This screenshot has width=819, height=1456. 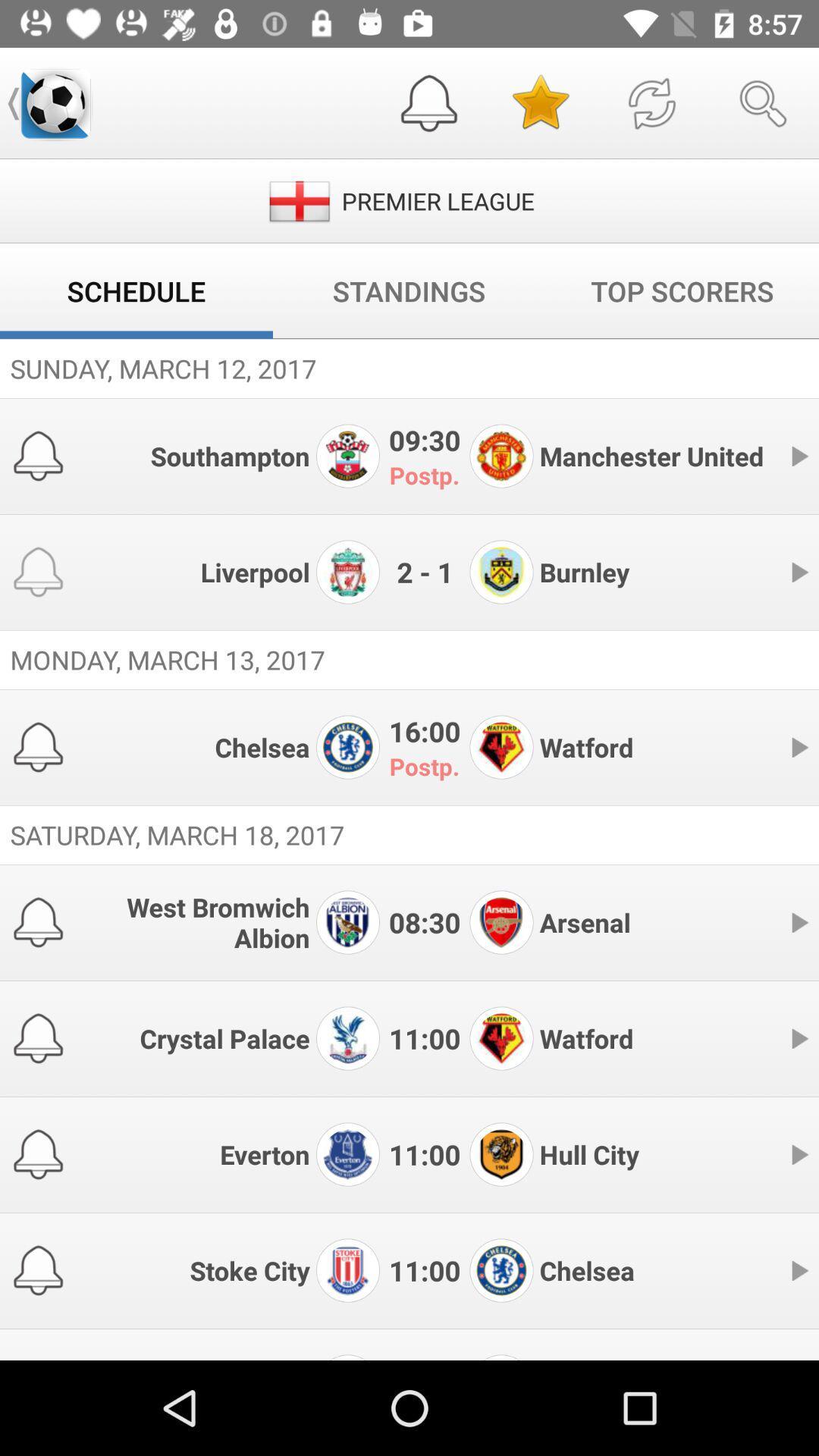 I want to click on item above premier league  item, so click(x=539, y=102).